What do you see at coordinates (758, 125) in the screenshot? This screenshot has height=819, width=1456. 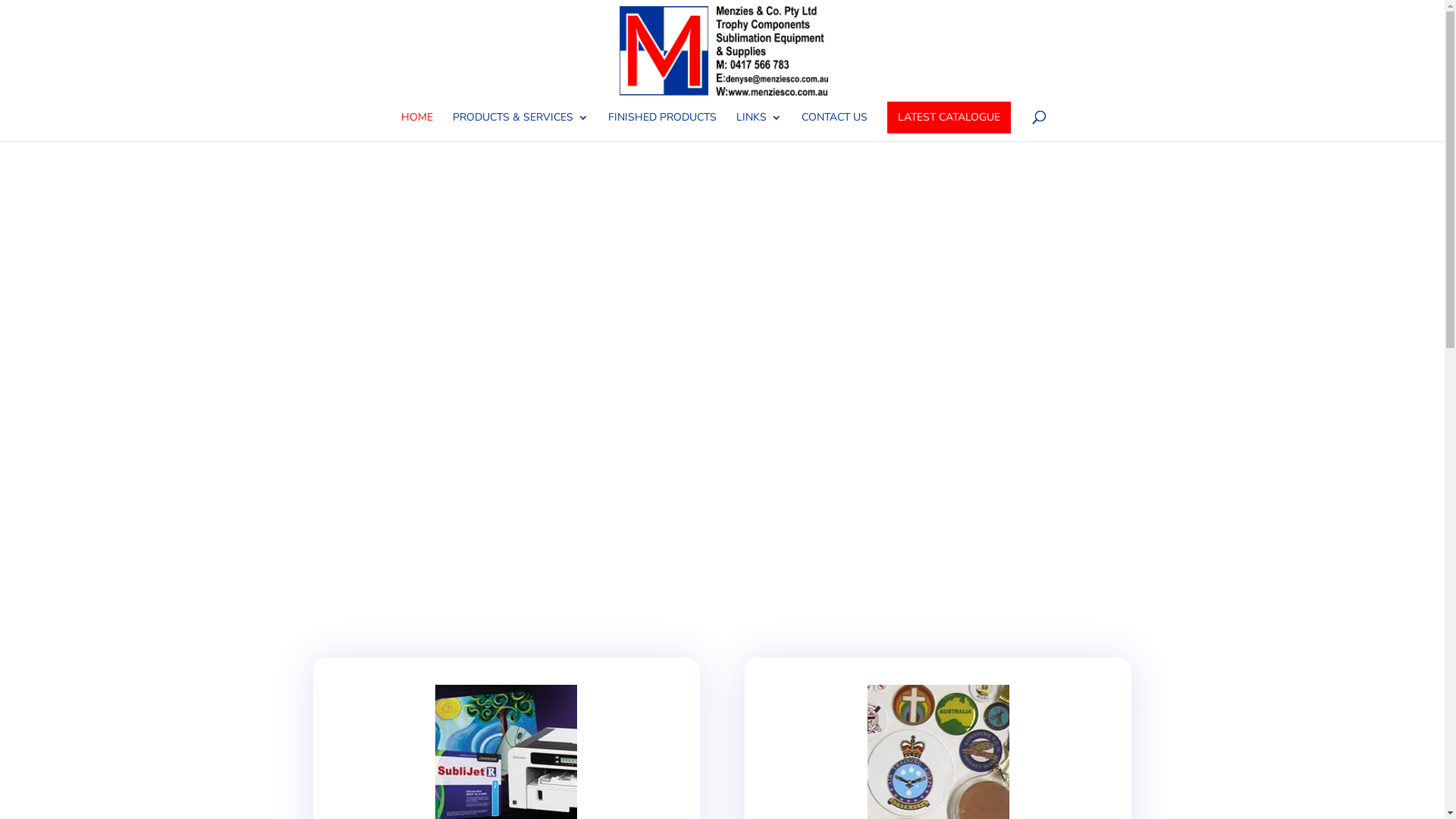 I see `'LINKS'` at bounding box center [758, 125].